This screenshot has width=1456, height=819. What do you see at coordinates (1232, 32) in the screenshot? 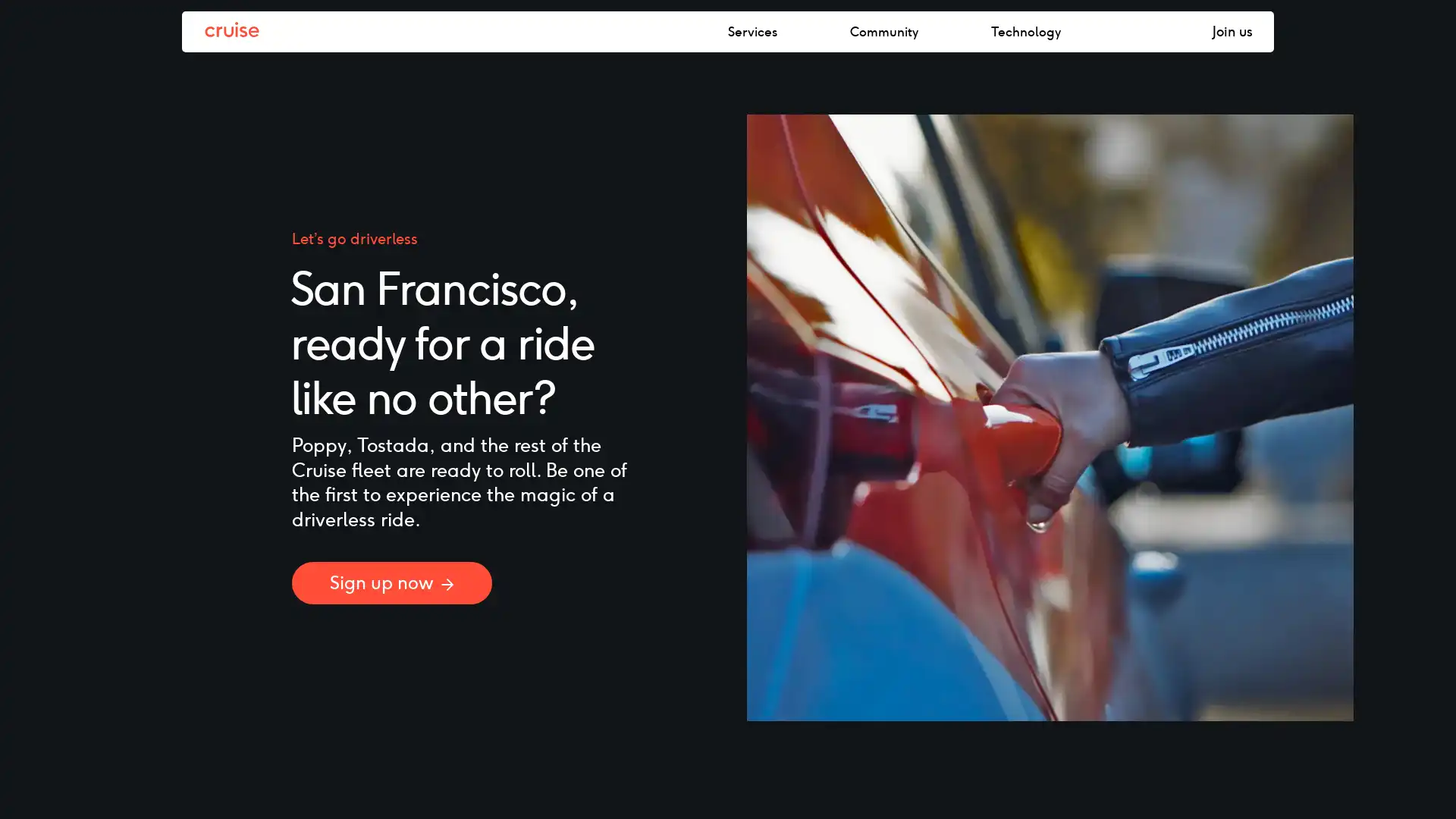
I see `Join us` at bounding box center [1232, 32].